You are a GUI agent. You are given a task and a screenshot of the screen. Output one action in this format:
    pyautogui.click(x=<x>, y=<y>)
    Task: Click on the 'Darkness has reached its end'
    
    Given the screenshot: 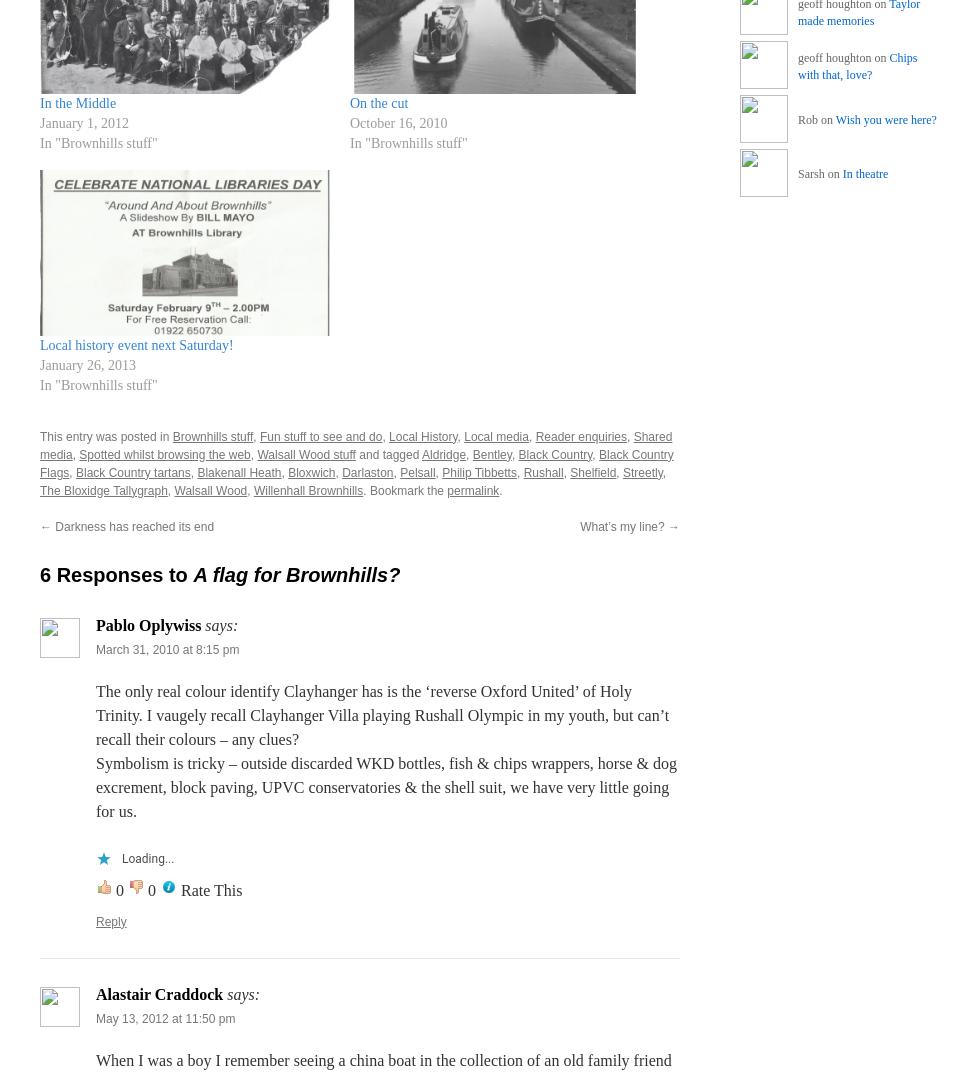 What is the action you would take?
    pyautogui.click(x=52, y=526)
    